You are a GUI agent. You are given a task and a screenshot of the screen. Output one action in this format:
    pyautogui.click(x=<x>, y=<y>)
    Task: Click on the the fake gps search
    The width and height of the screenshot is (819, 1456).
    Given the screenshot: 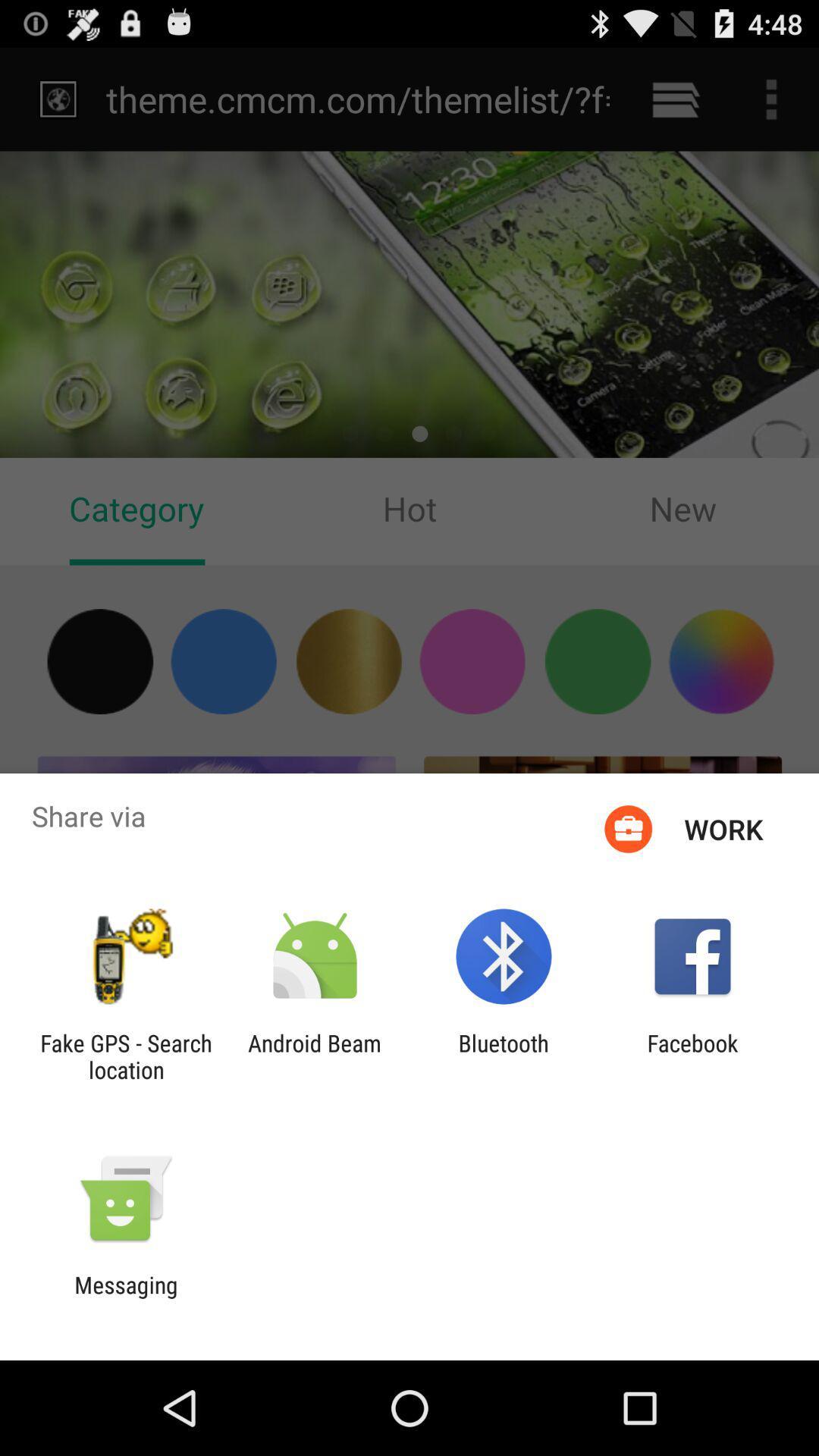 What is the action you would take?
    pyautogui.click(x=125, y=1056)
    